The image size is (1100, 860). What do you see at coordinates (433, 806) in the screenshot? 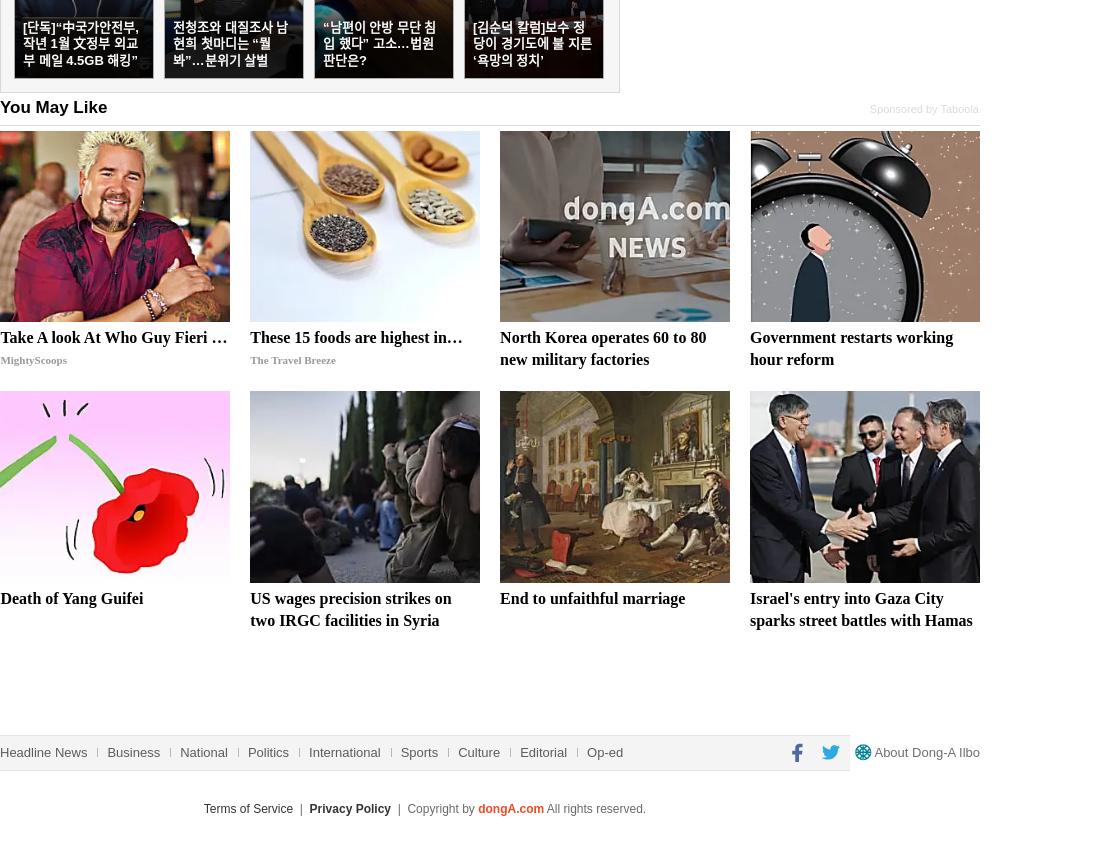
I see `'|  Copyright by'` at bounding box center [433, 806].